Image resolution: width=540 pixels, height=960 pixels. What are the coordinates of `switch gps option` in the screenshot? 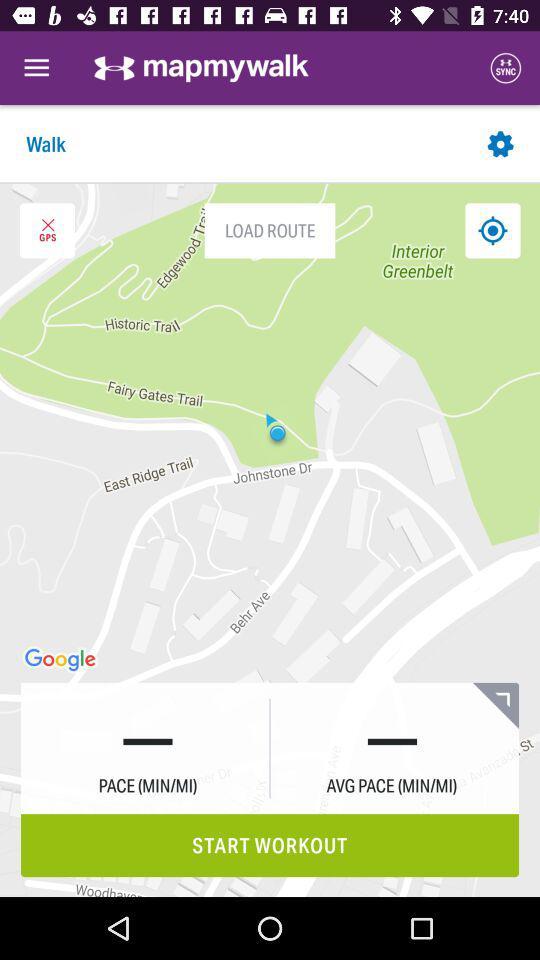 It's located at (47, 230).